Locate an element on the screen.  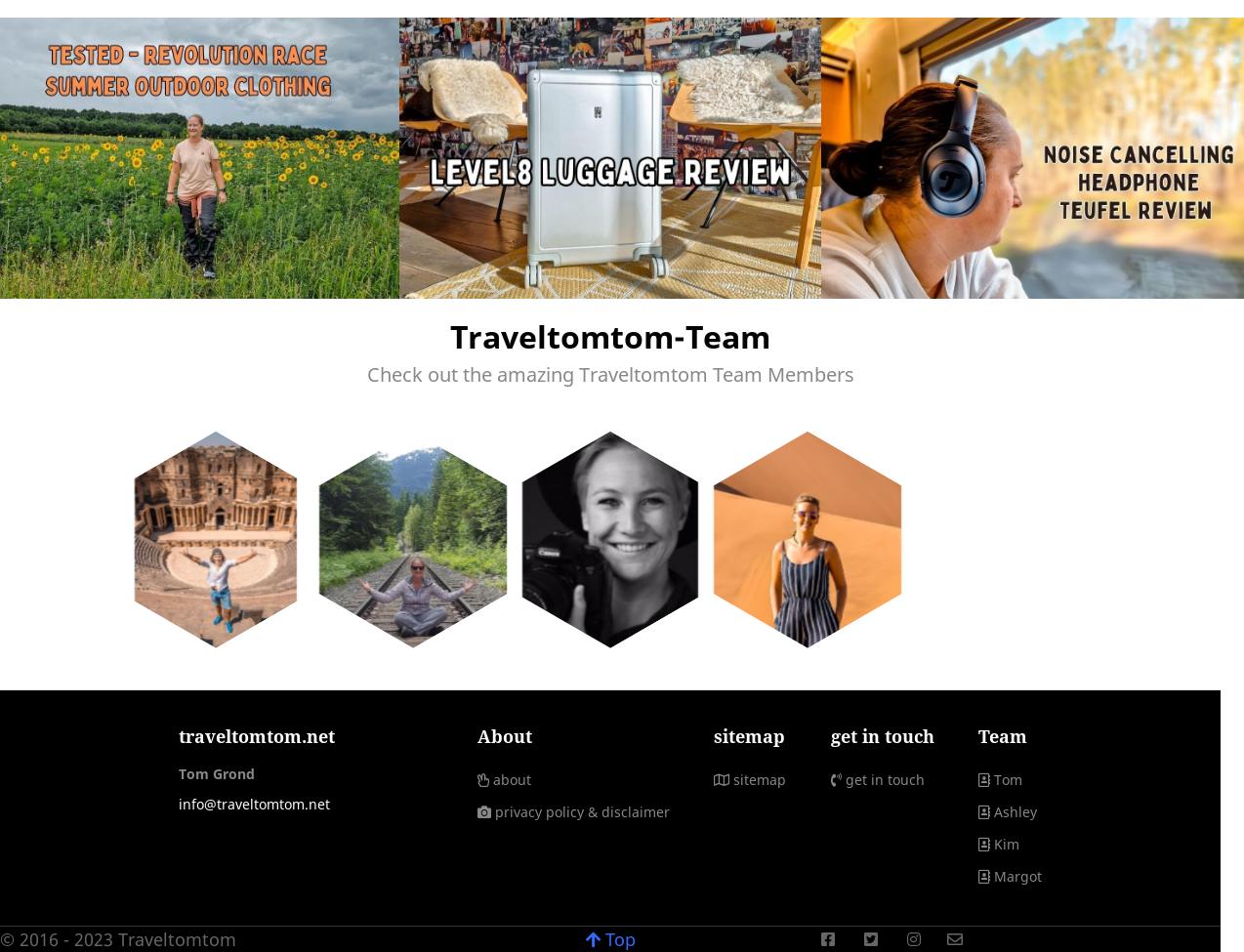
'Tom' is located at coordinates (1007, 778).